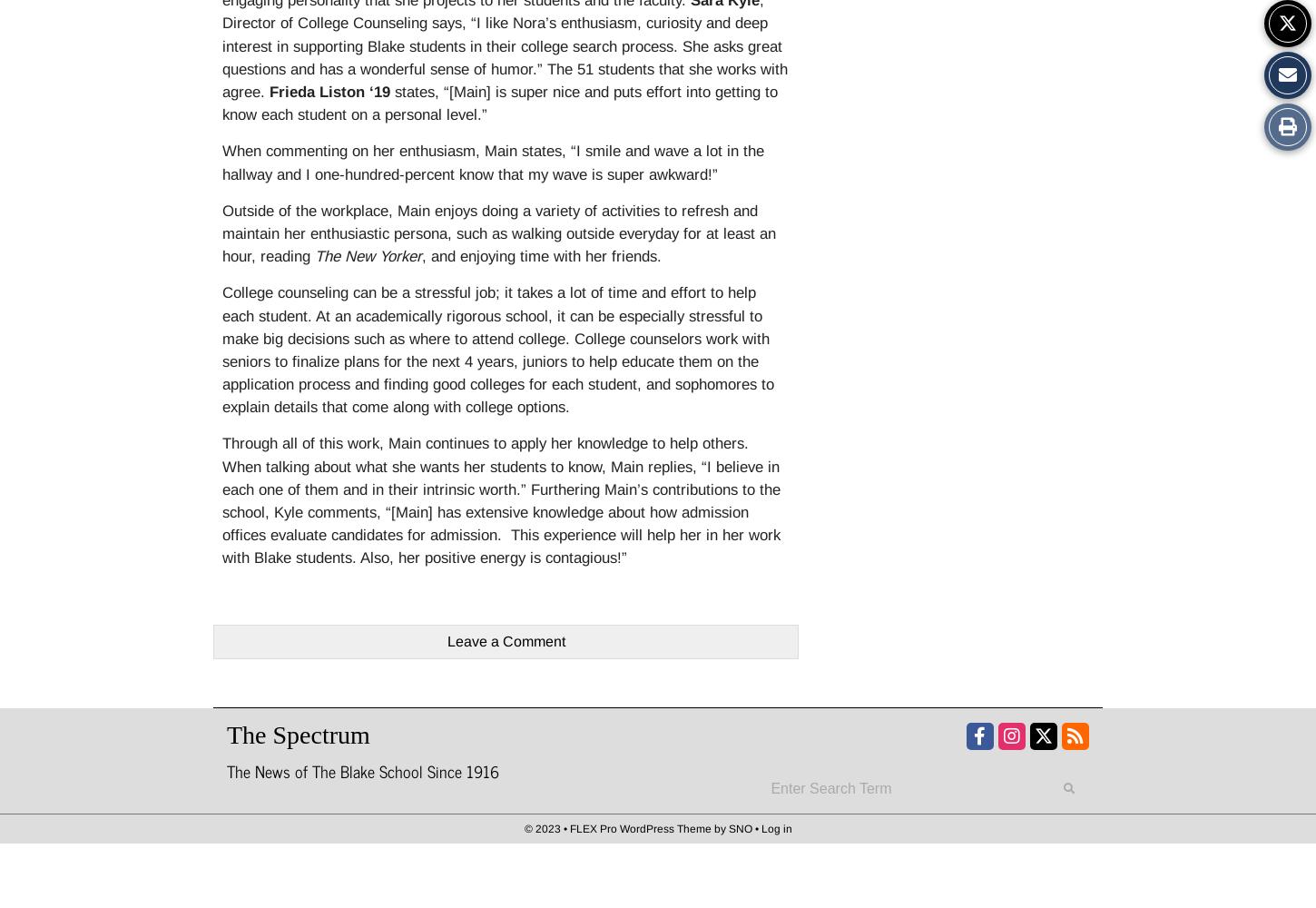 This screenshot has height=908, width=1316. Describe the element at coordinates (498, 233) in the screenshot. I see `'Outside of the workplace, Main enjoys doing a variety of activities to refresh and maintain her enthusiastic persona, such as walking outside everyday for at least an hour, reading'` at that location.